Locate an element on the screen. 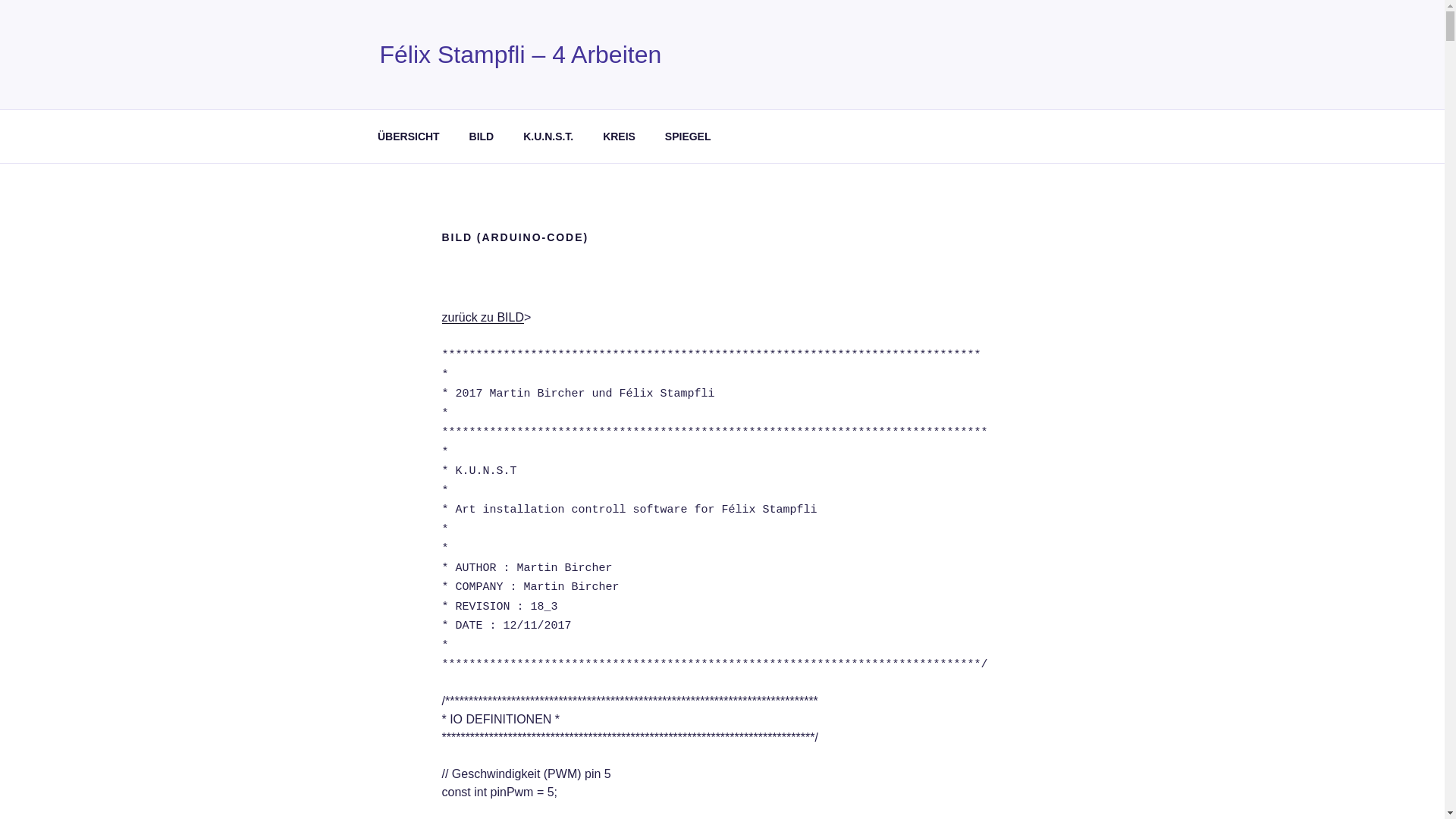 This screenshot has width=1456, height=819. 'KREIS' is located at coordinates (588, 136).